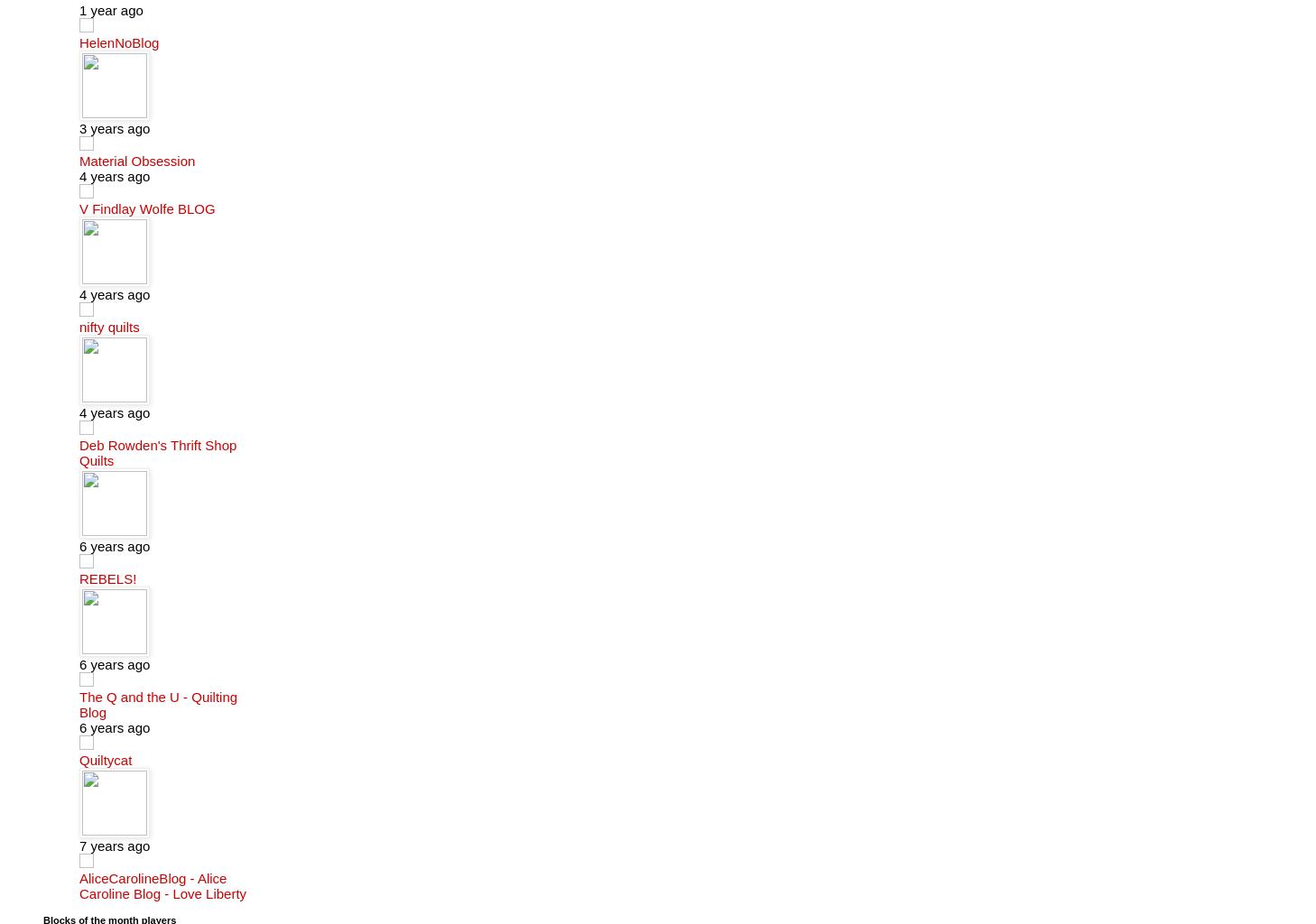 This screenshot has width=1316, height=924. What do you see at coordinates (104, 758) in the screenshot?
I see `'Quiltycat'` at bounding box center [104, 758].